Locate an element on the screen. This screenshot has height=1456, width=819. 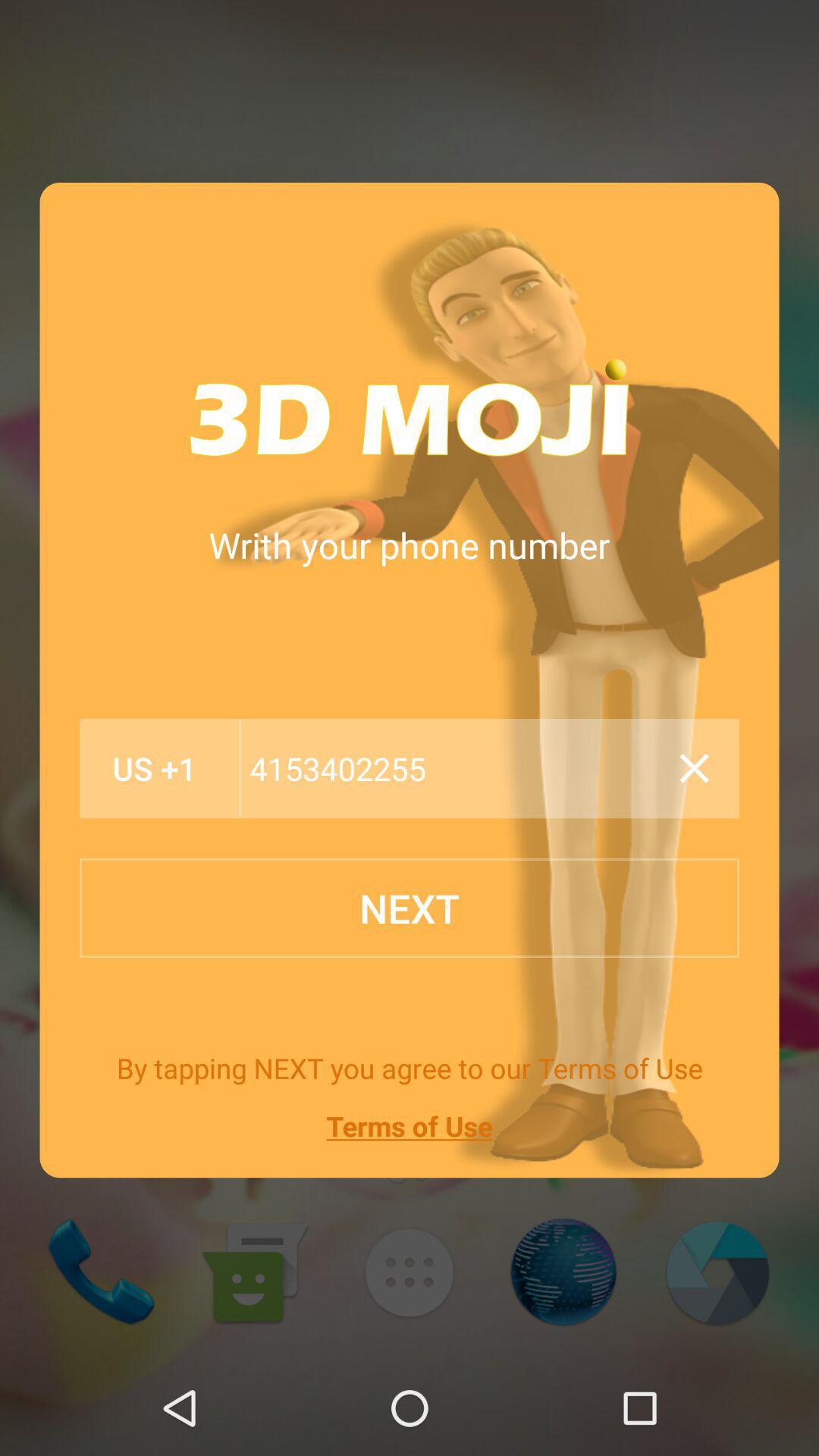
the close icon is located at coordinates (694, 768).